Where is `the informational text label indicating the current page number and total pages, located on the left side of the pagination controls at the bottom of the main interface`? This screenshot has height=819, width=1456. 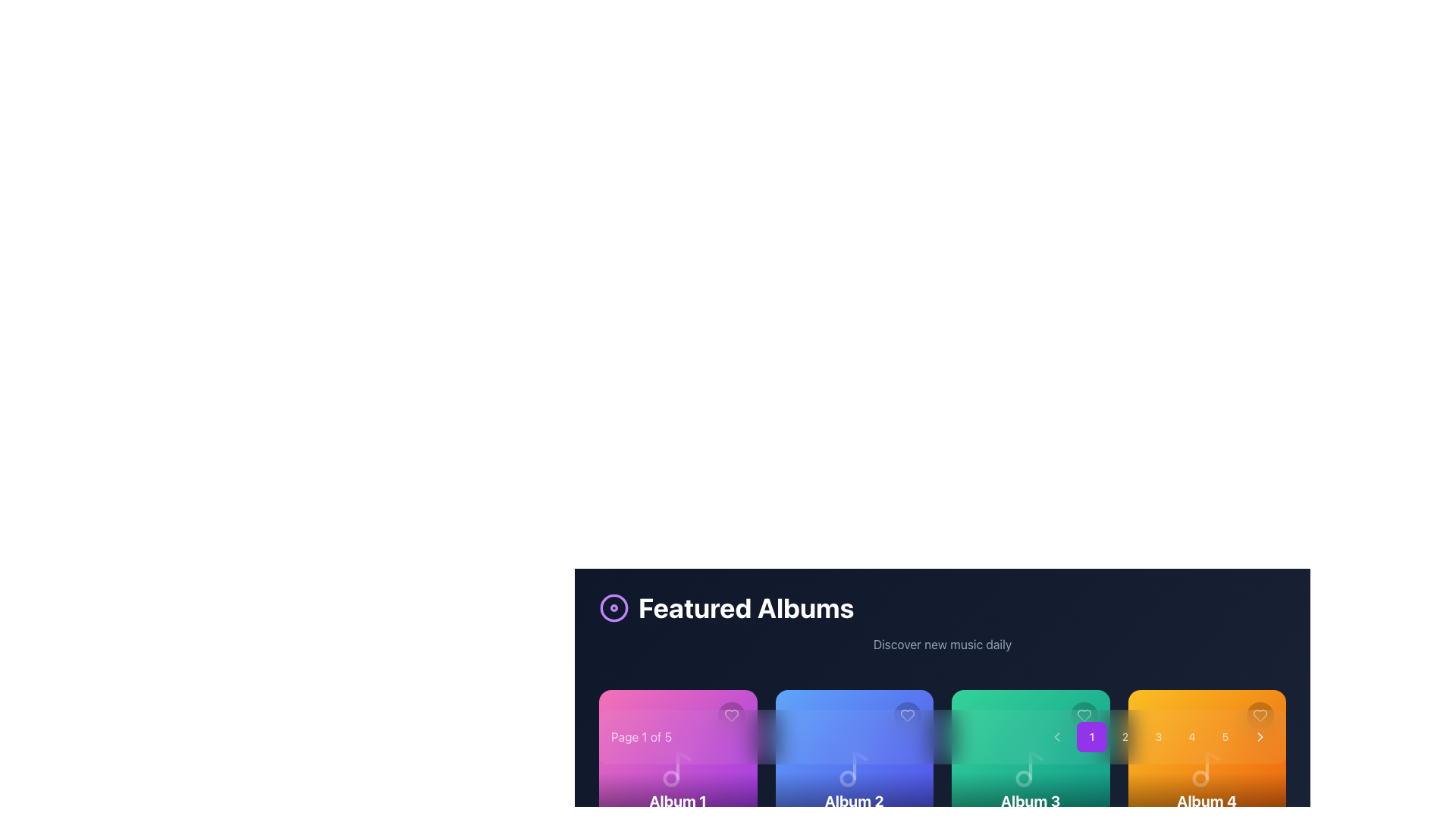 the informational text label indicating the current page number and total pages, located on the left side of the pagination controls at the bottom of the main interface is located at coordinates (642, 736).